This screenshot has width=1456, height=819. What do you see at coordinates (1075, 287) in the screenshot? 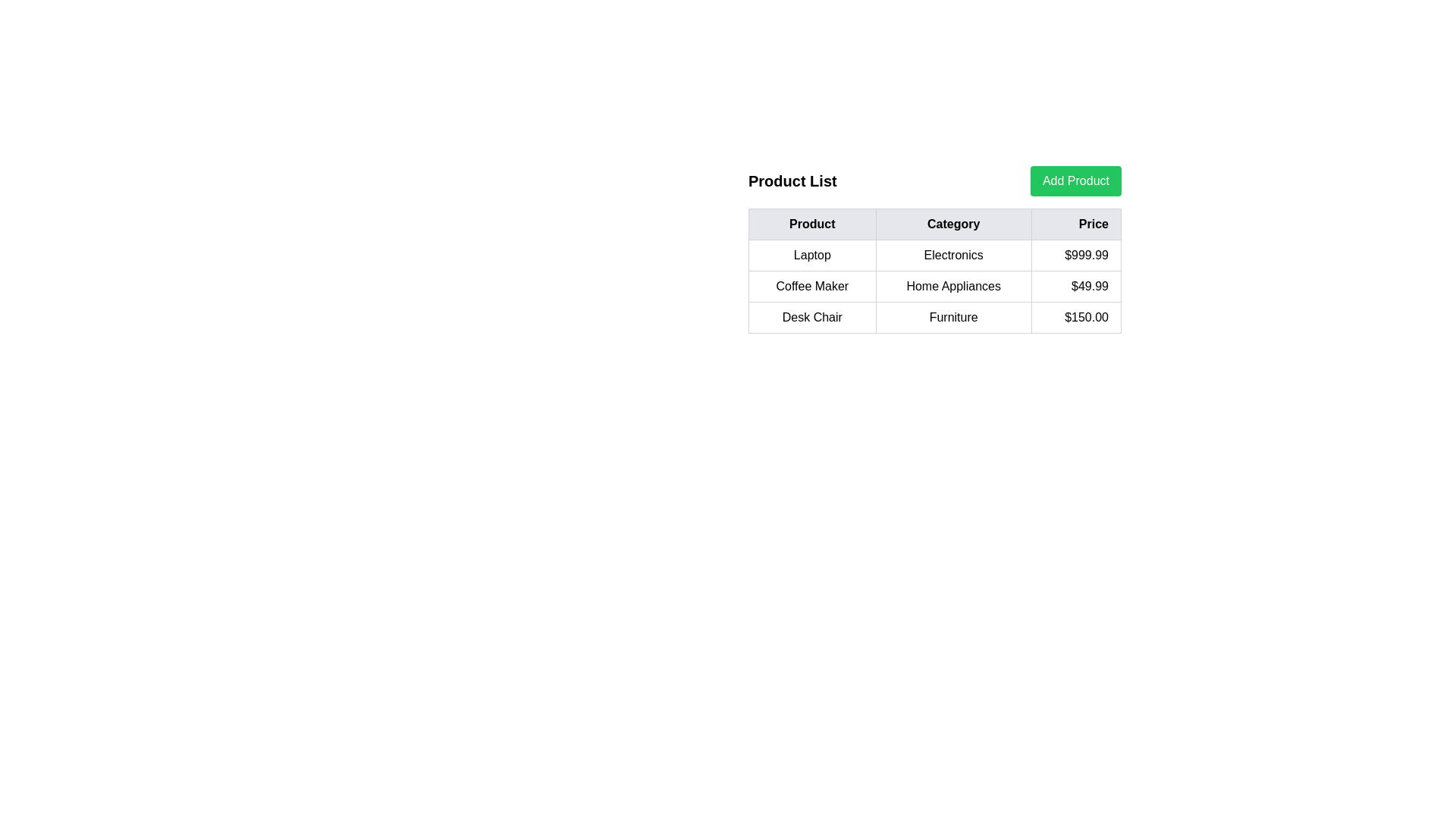
I see `the price label displaying '$49.99' in the third column of the second row in the 'Product List' table` at bounding box center [1075, 287].